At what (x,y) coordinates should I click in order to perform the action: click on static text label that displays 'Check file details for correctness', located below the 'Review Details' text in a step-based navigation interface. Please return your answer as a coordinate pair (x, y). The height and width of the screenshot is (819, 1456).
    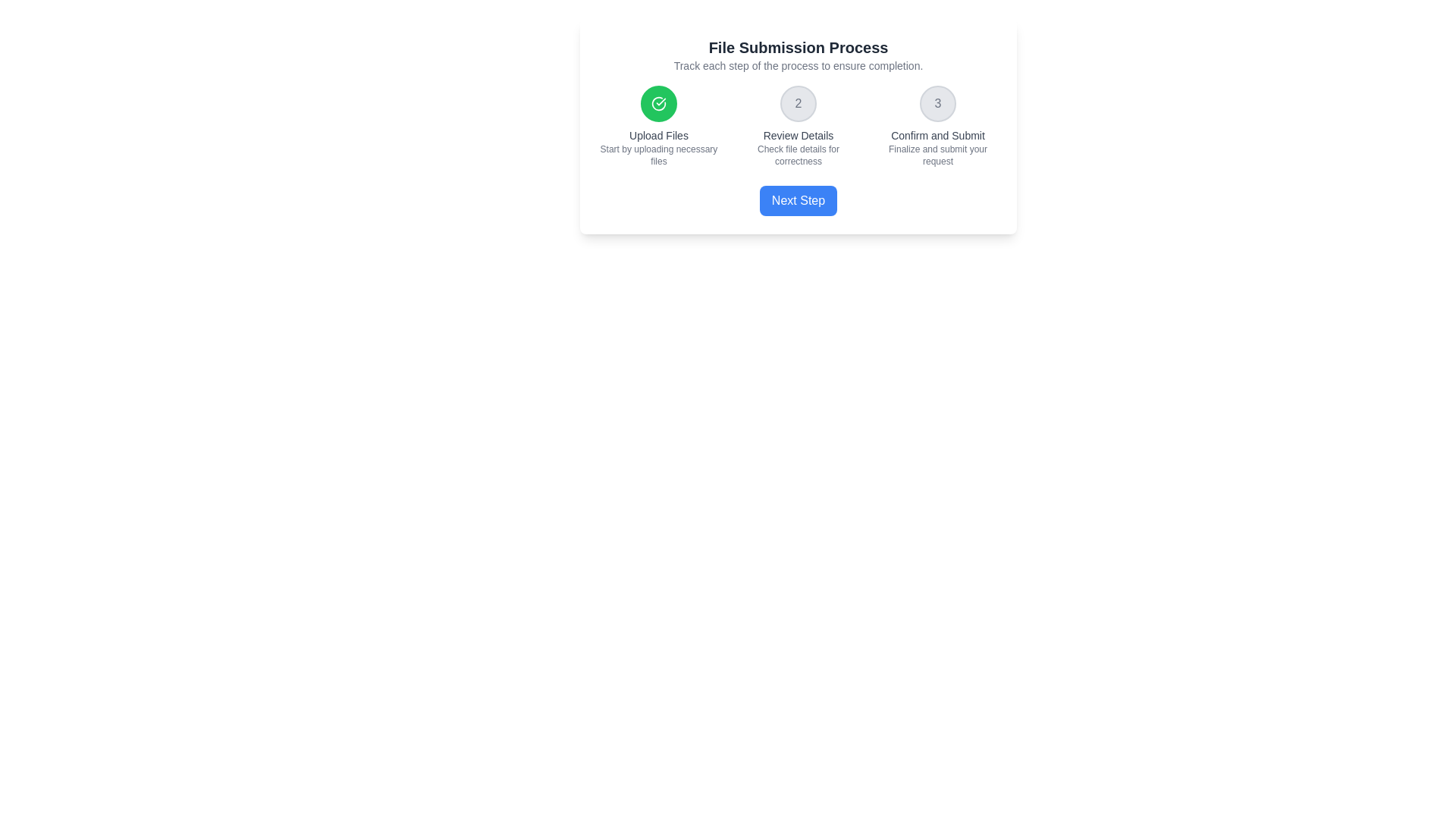
    Looking at the image, I should click on (797, 155).